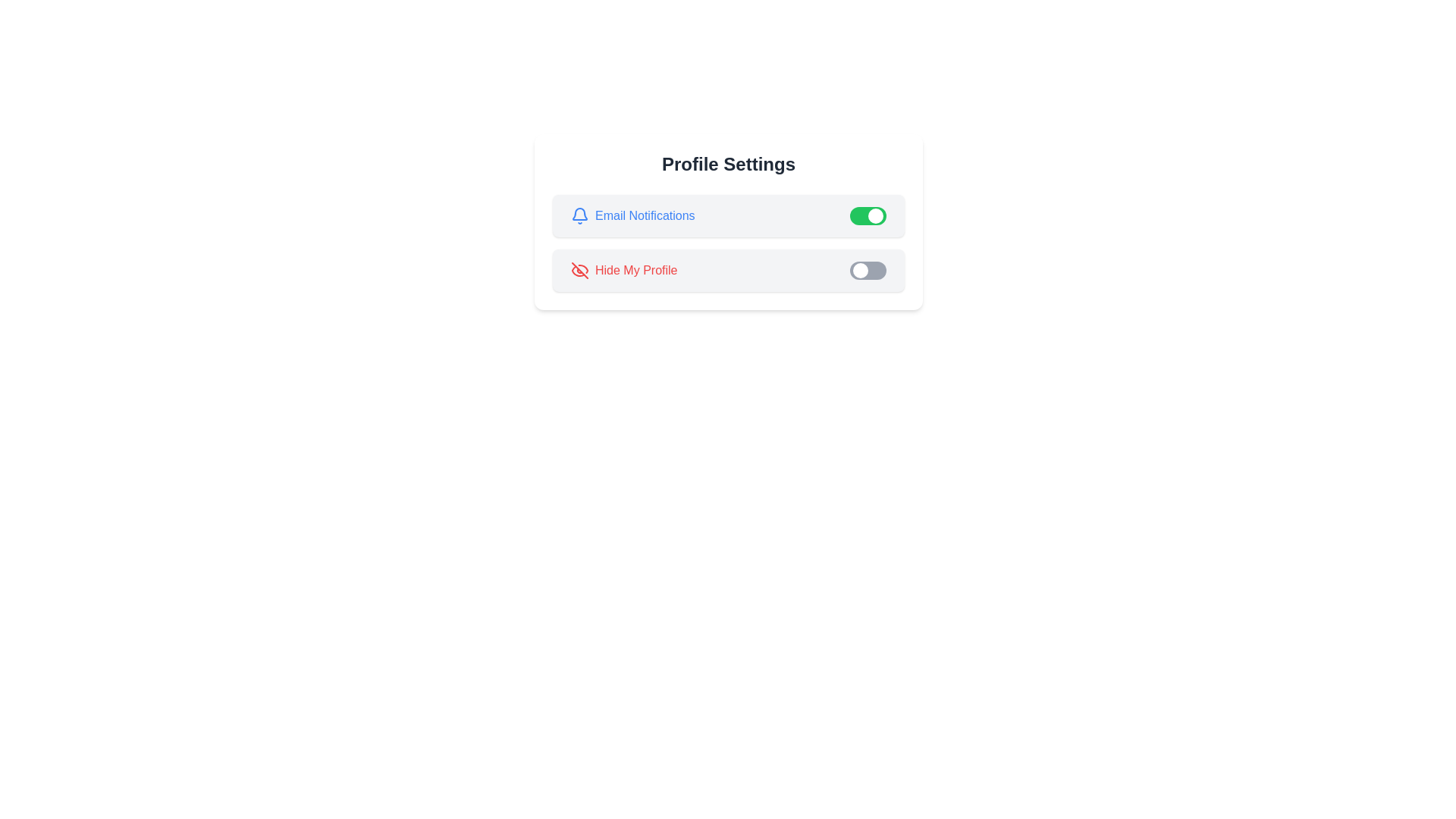 This screenshot has height=819, width=1456. I want to click on the green toggle switch in the Email Notifications section, so click(728, 216).